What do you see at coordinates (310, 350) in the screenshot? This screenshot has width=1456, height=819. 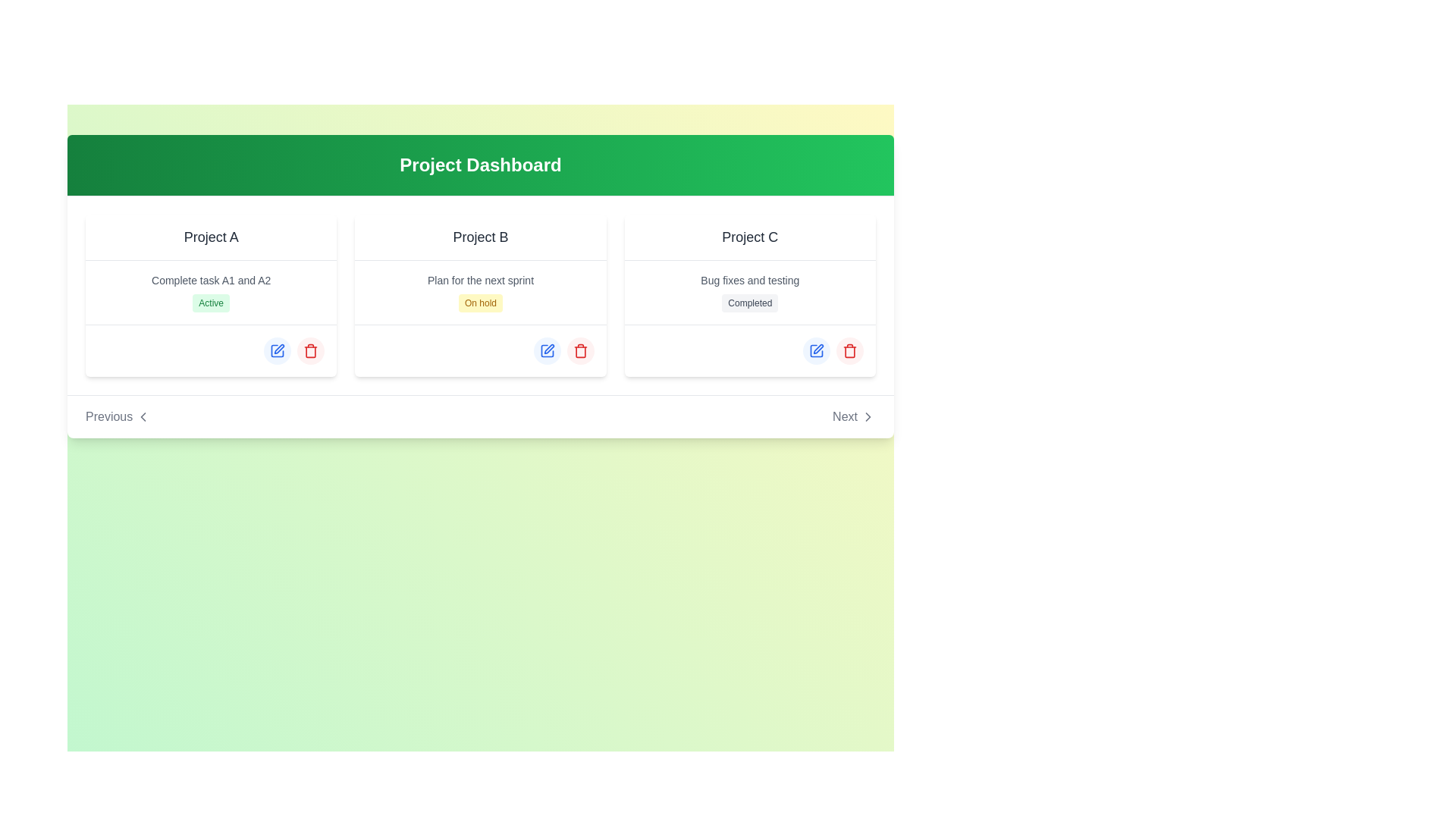 I see `the circular red button with a trash bin icon located at the bottom right corner of the 'Project A' card in the 'Project Dashboard' section to observe the hover effect` at bounding box center [310, 350].